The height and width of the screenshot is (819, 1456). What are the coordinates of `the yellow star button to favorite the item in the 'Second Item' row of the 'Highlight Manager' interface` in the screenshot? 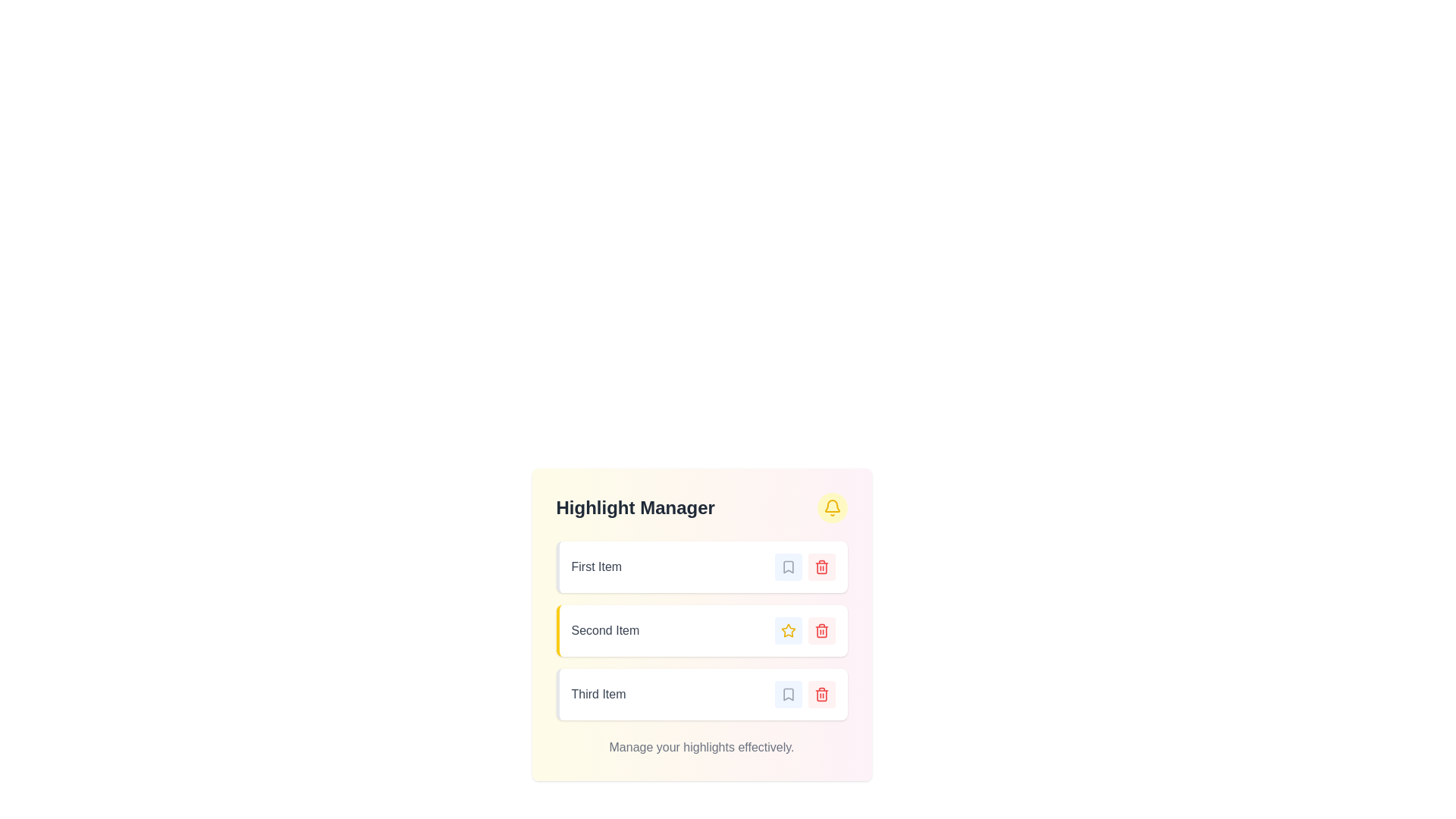 It's located at (804, 631).